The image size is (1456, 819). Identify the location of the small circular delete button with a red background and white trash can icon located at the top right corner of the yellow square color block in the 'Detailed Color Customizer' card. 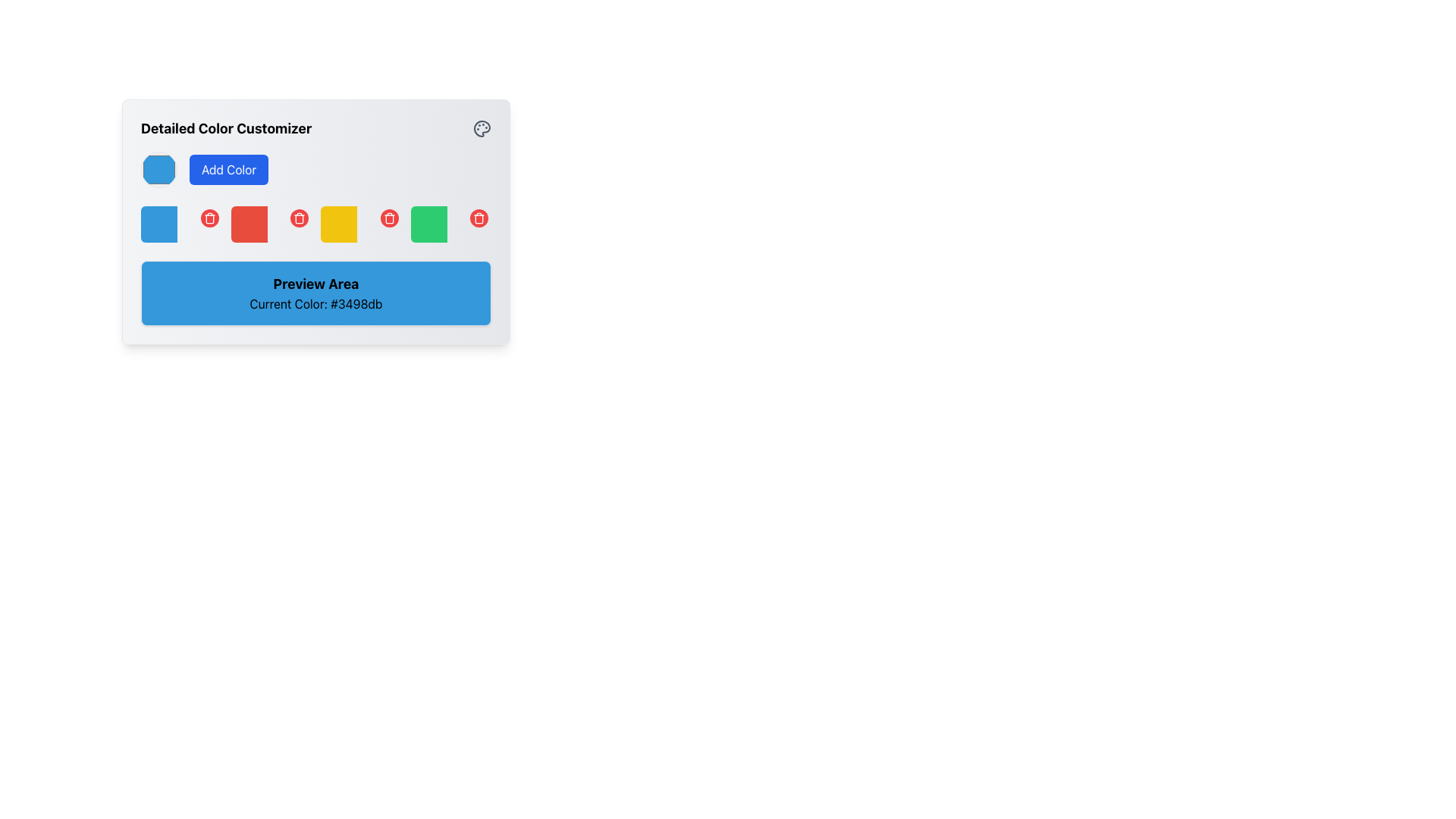
(389, 218).